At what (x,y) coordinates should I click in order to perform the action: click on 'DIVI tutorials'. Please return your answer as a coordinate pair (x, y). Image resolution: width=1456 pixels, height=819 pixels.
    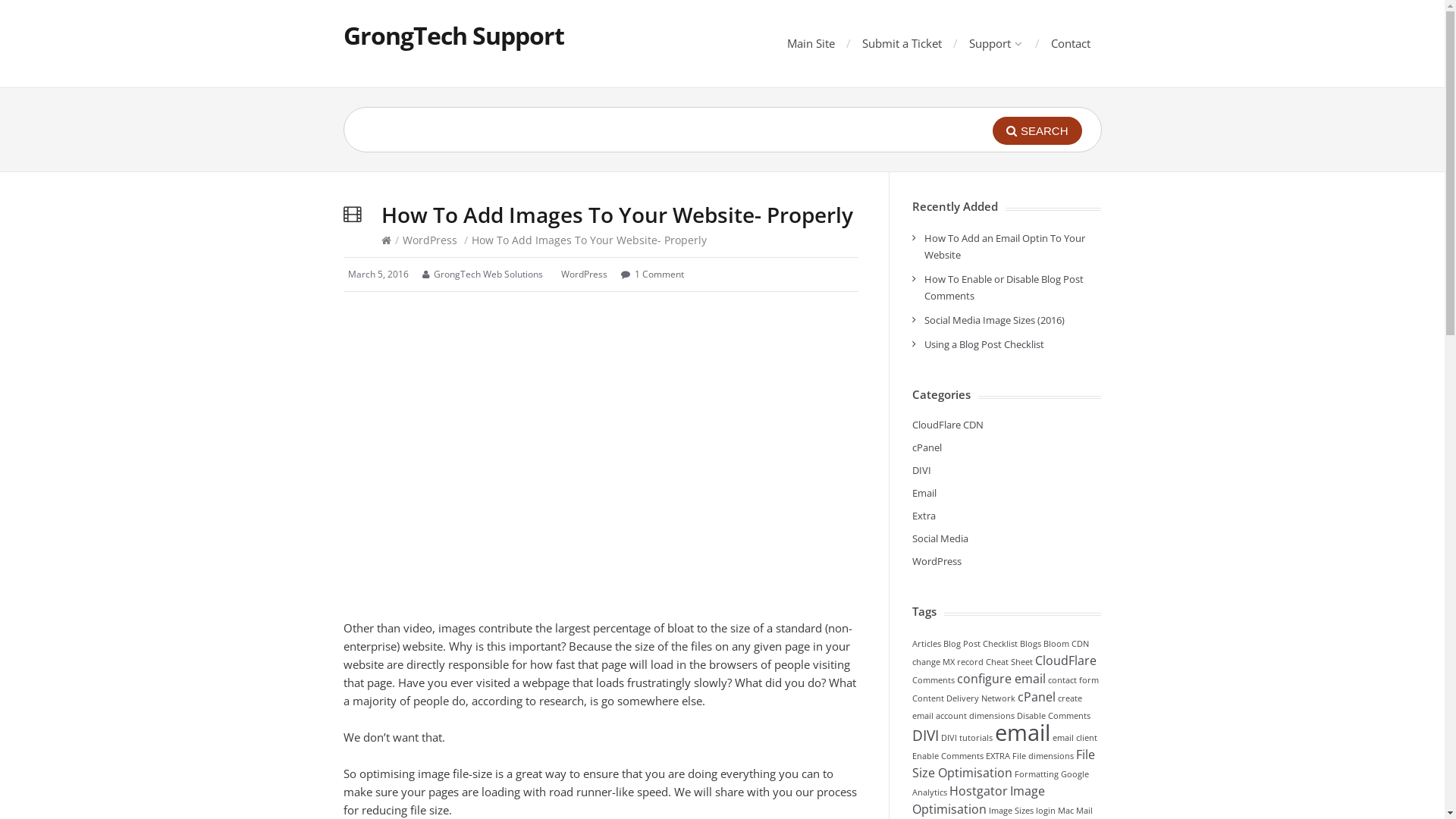
    Looking at the image, I should click on (965, 736).